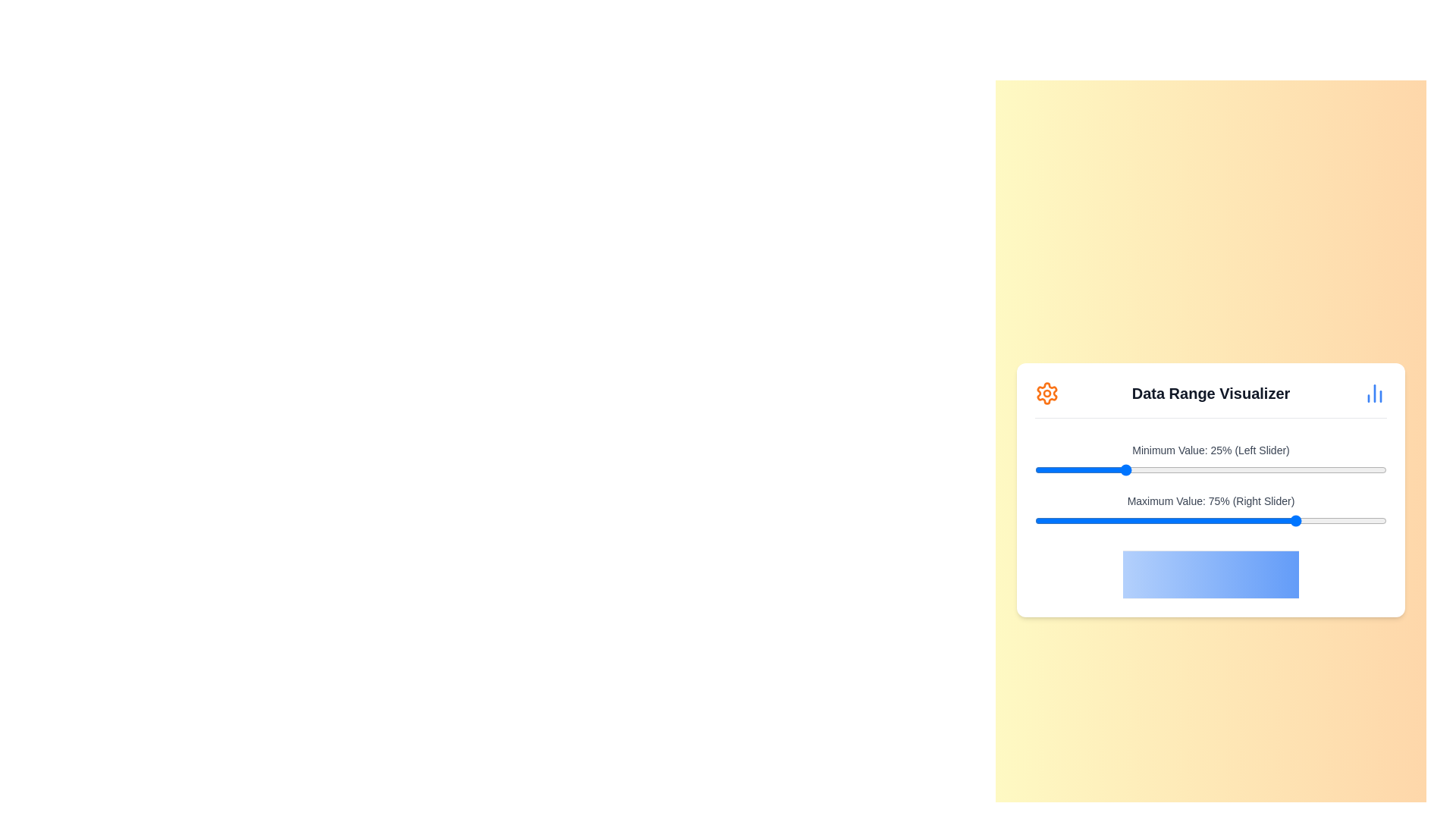  What do you see at coordinates (1375, 392) in the screenshot?
I see `the blue bar chart icon in the 'Data Range Visualizer' section` at bounding box center [1375, 392].